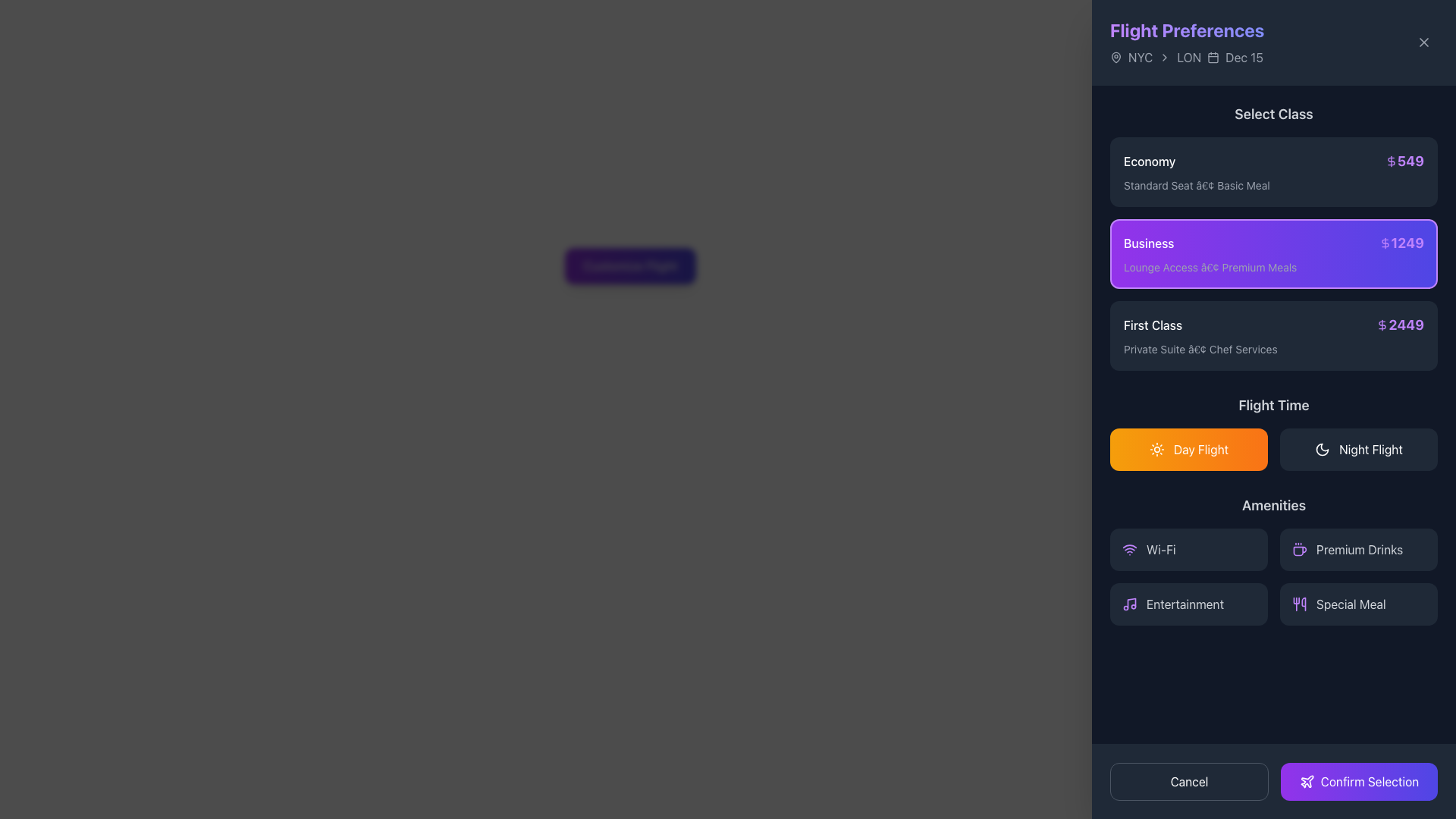 The image size is (1456, 819). What do you see at coordinates (1423, 42) in the screenshot?
I see `the 'X' shaped icon button located at the top-right corner of the 'Flight Preferences' panel` at bounding box center [1423, 42].